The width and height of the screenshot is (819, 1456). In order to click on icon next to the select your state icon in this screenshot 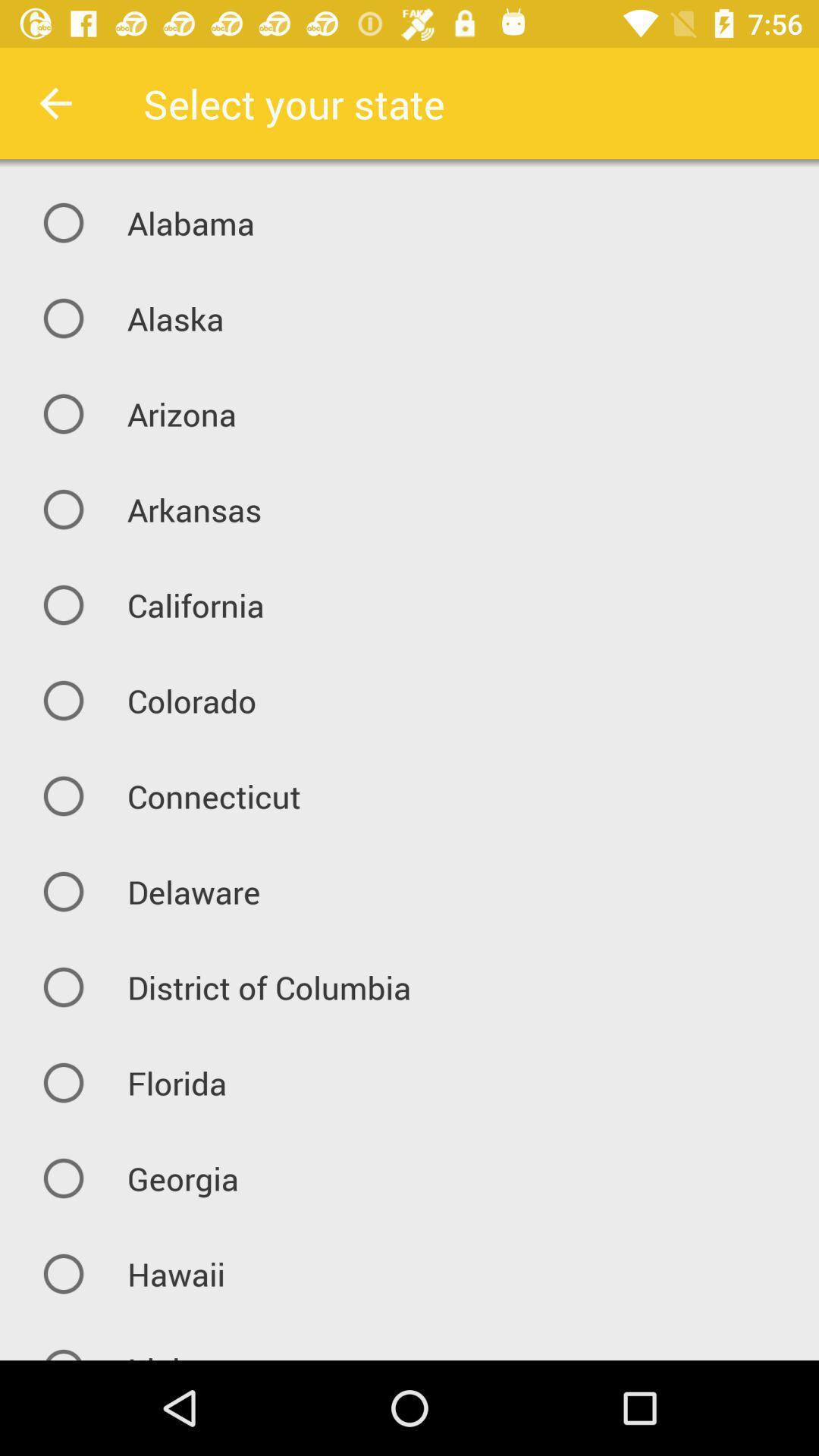, I will do `click(55, 102)`.